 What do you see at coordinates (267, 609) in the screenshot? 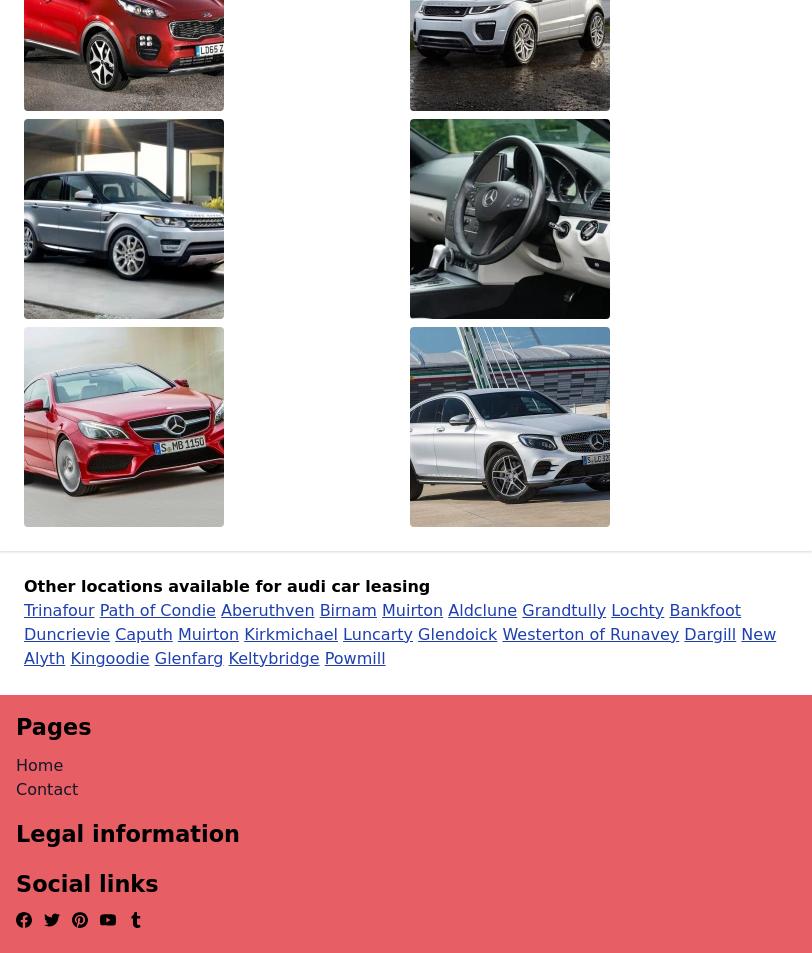
I see `'Aberuthven'` at bounding box center [267, 609].